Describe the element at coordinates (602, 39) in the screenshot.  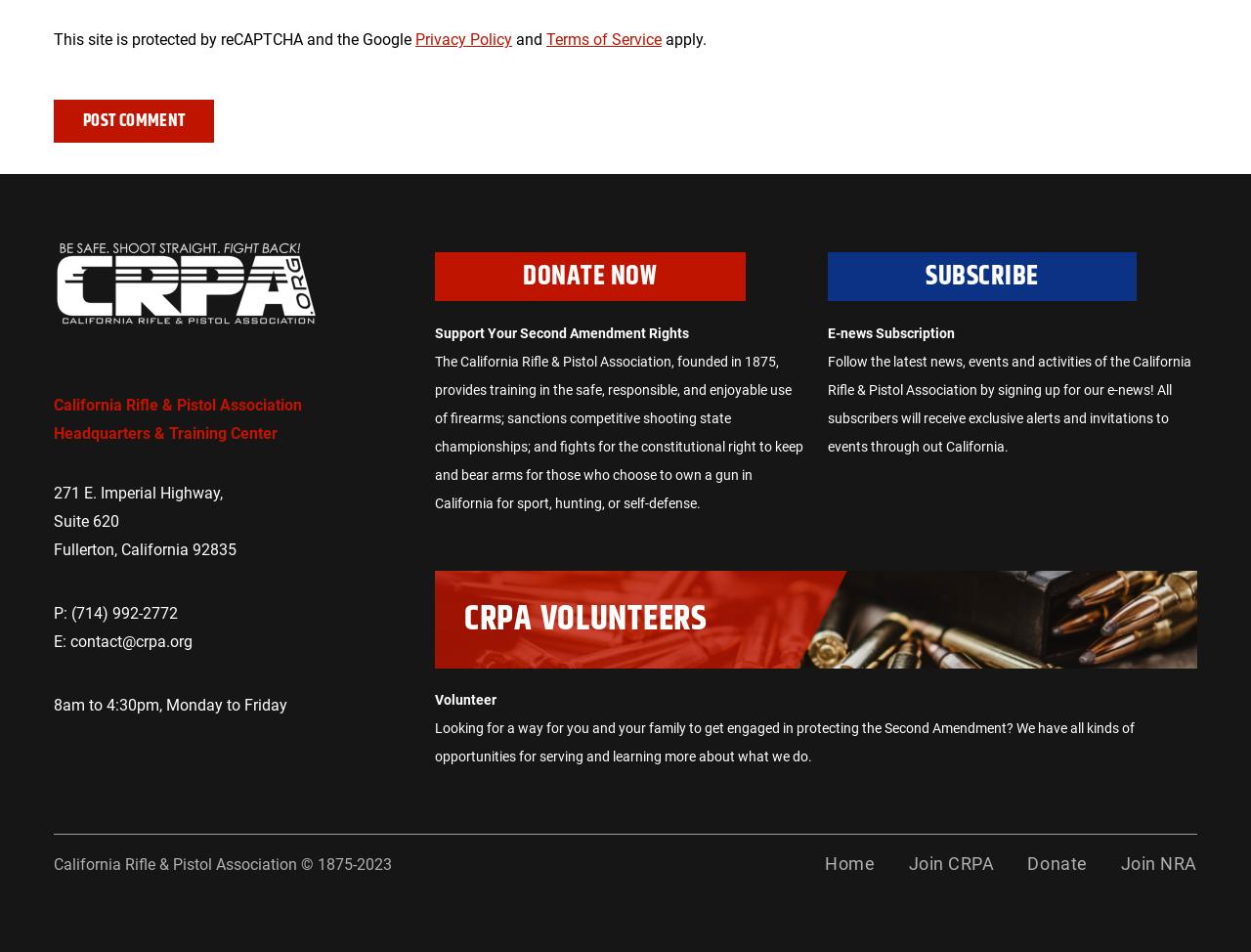
I see `'Terms of Service'` at that location.